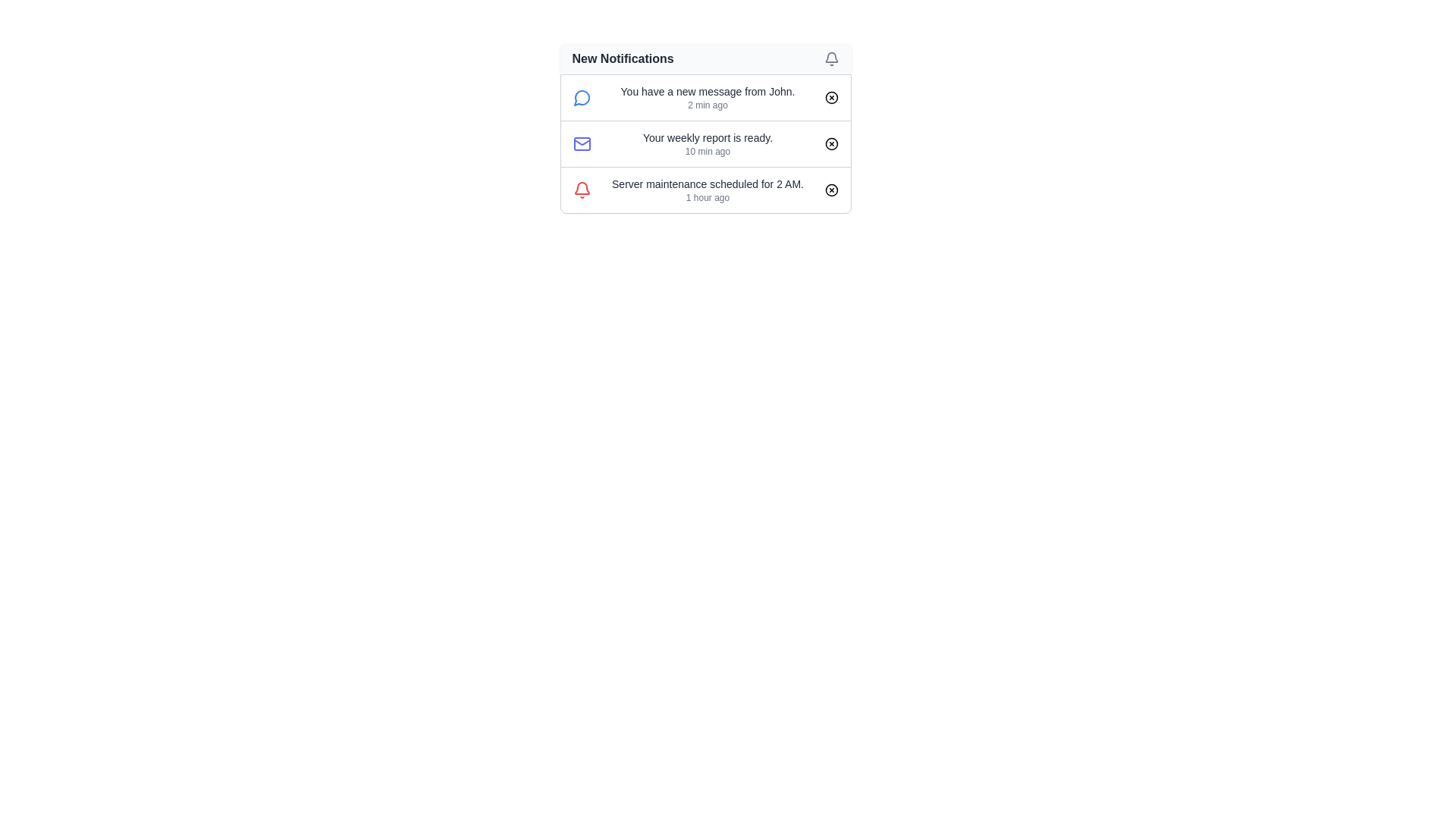 The image size is (1456, 819). Describe the element at coordinates (830, 58) in the screenshot. I see `the bell-shaped icon located in the upper right section of the 'New Notifications' panel, which indicates notifications or provides access to notification-related actions` at that location.